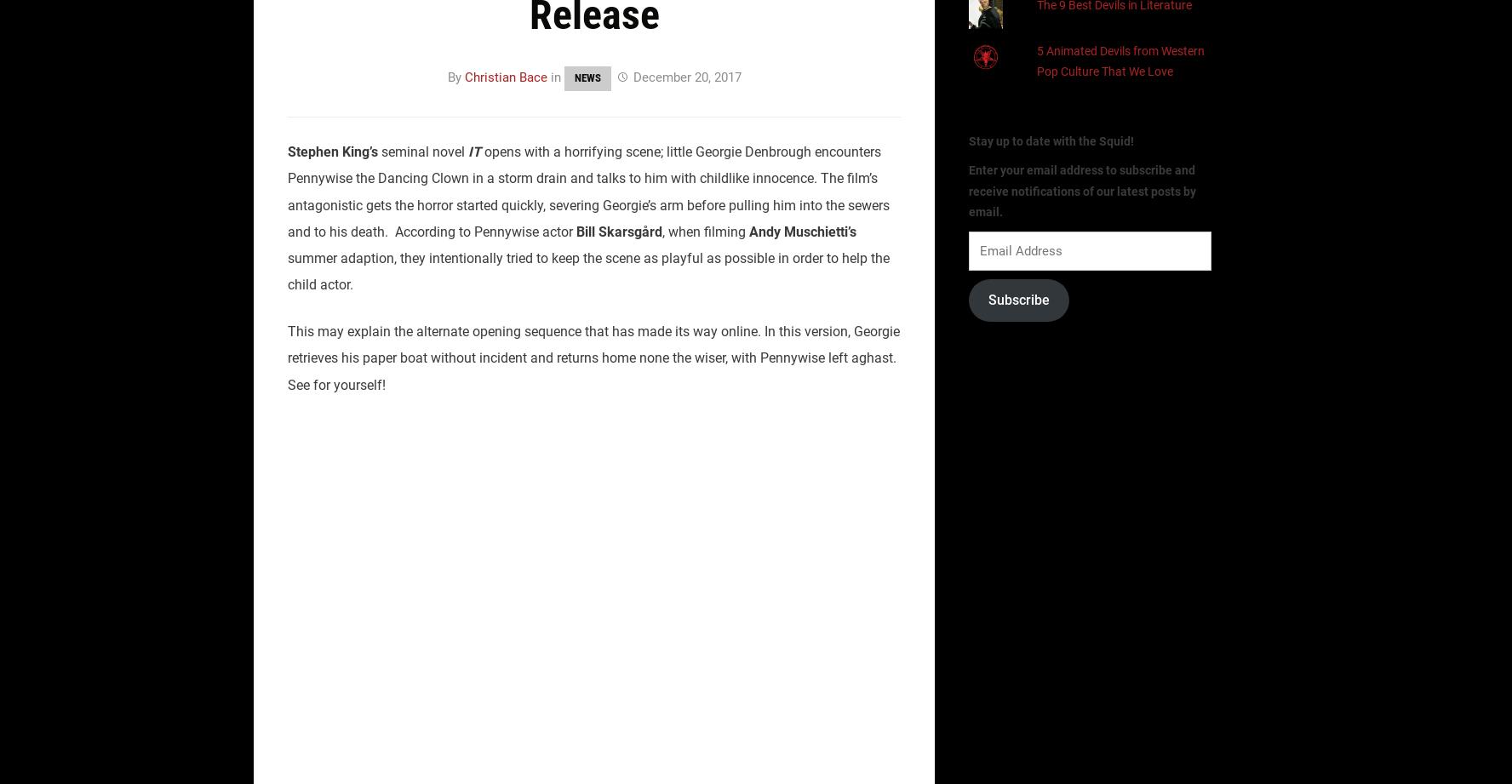 Image resolution: width=1512 pixels, height=784 pixels. What do you see at coordinates (474, 151) in the screenshot?
I see `'IT'` at bounding box center [474, 151].